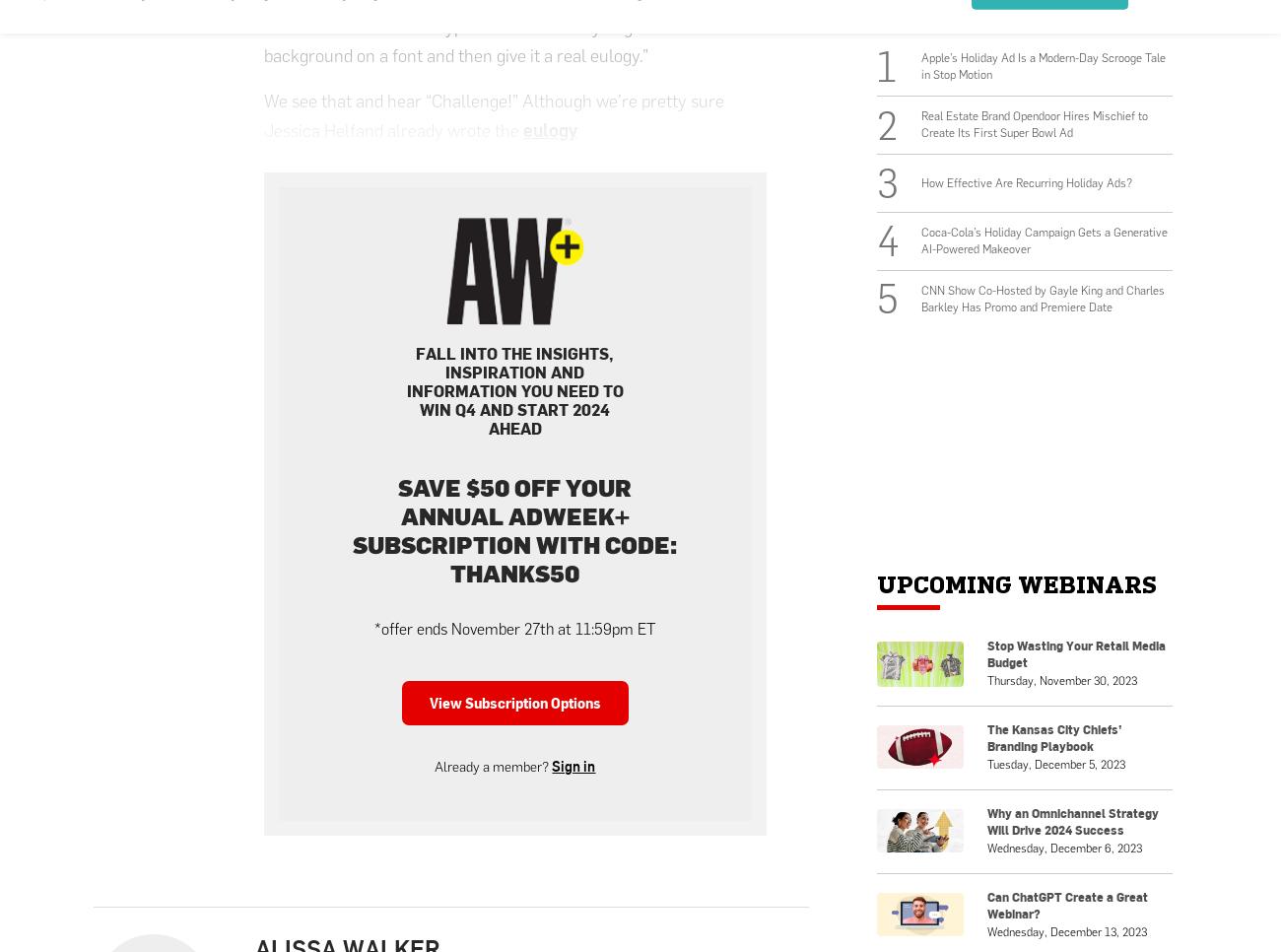 The image size is (1281, 952). Describe the element at coordinates (493, 766) in the screenshot. I see `'Already a member?'` at that location.